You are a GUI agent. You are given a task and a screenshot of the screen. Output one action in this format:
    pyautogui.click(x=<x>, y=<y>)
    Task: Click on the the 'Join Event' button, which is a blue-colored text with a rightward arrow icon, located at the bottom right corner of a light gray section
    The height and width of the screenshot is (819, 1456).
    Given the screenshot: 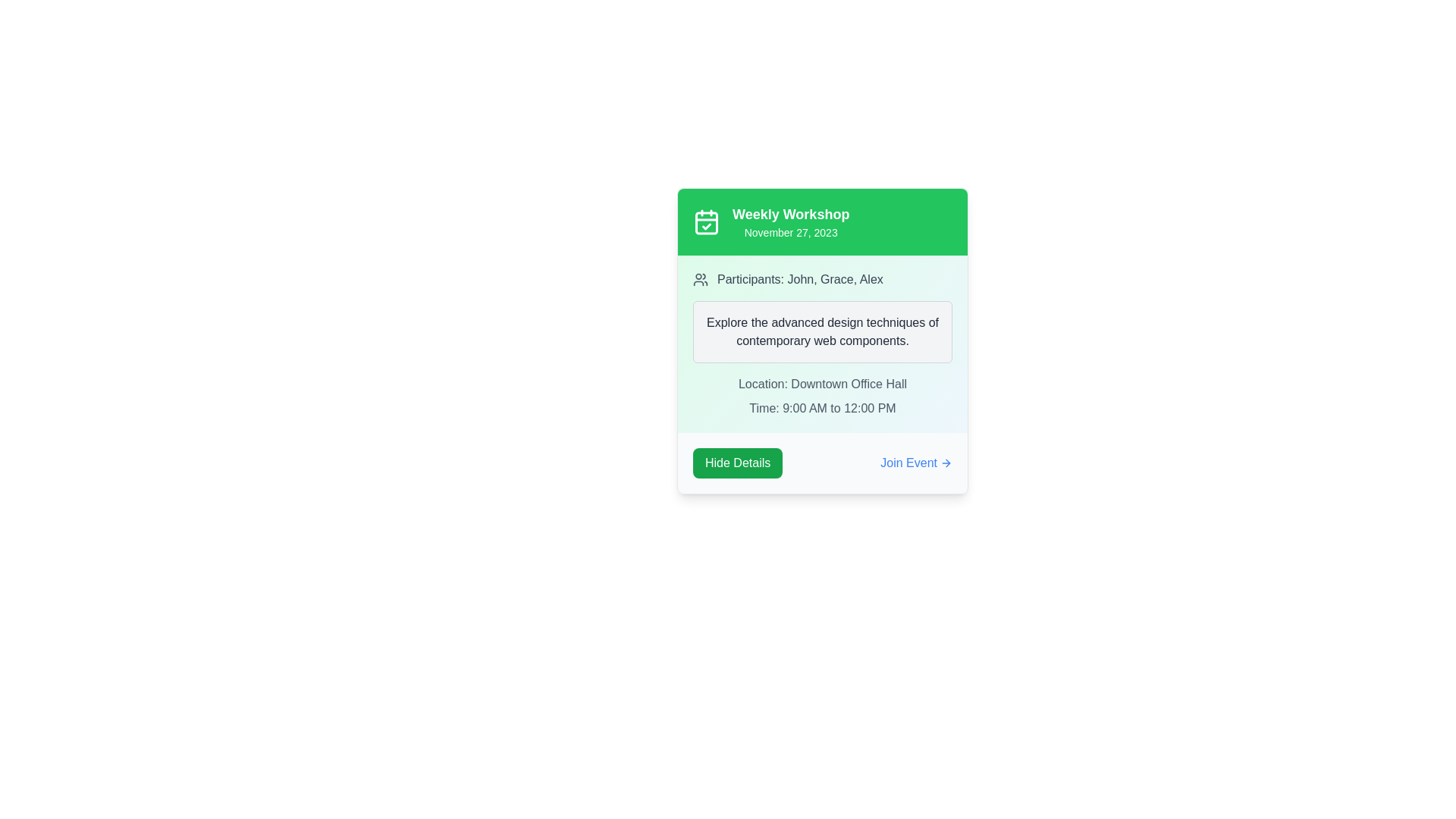 What is the action you would take?
    pyautogui.click(x=915, y=462)
    